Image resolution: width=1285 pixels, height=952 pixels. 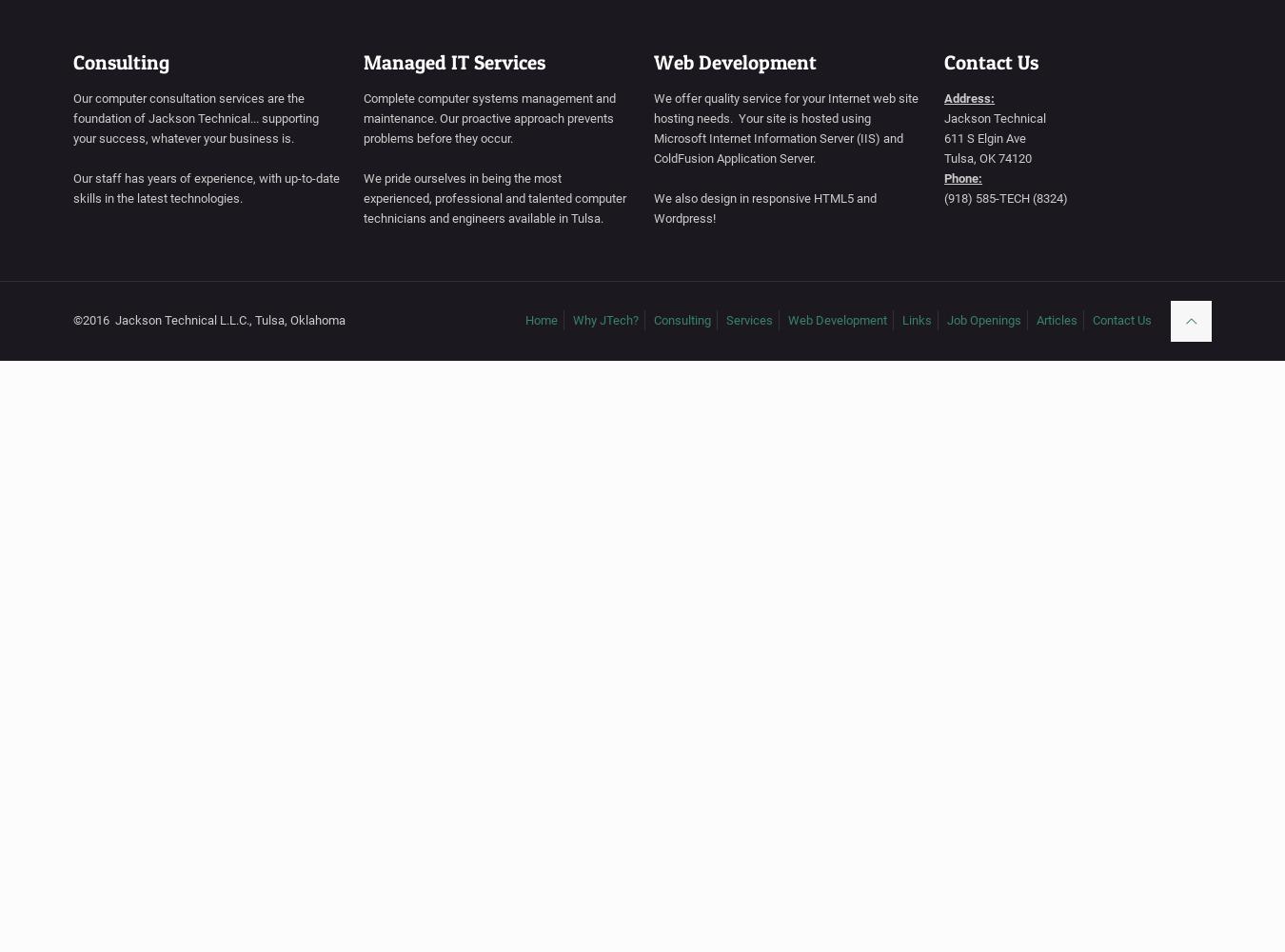 I want to click on 'Our computer consultation services are the foundation of Jackson Technical... supporting your success, whatever 
						your business is.', so click(x=71, y=117).